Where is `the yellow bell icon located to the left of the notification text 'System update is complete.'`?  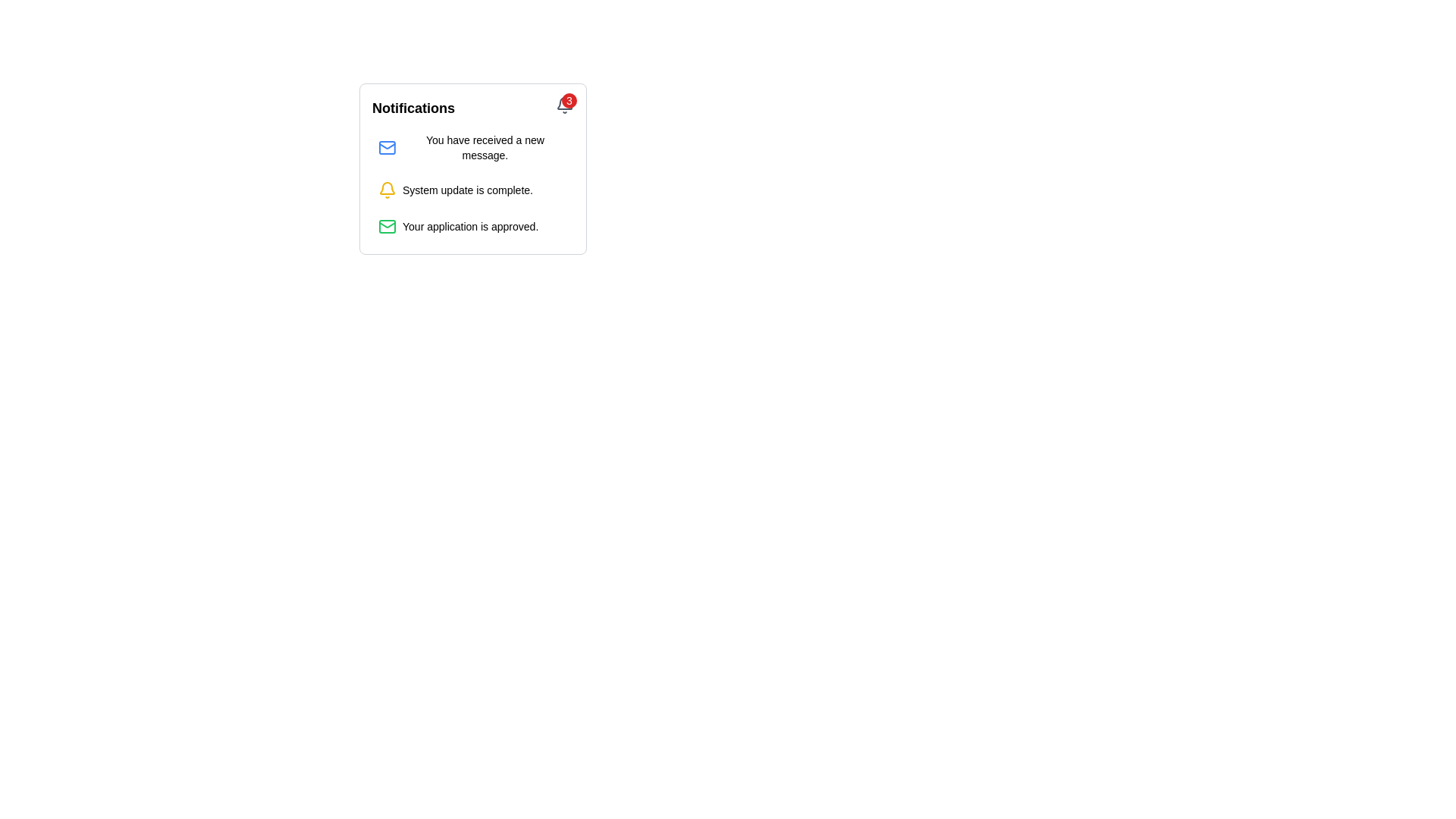
the yellow bell icon located to the left of the notification text 'System update is complete.' is located at coordinates (387, 189).